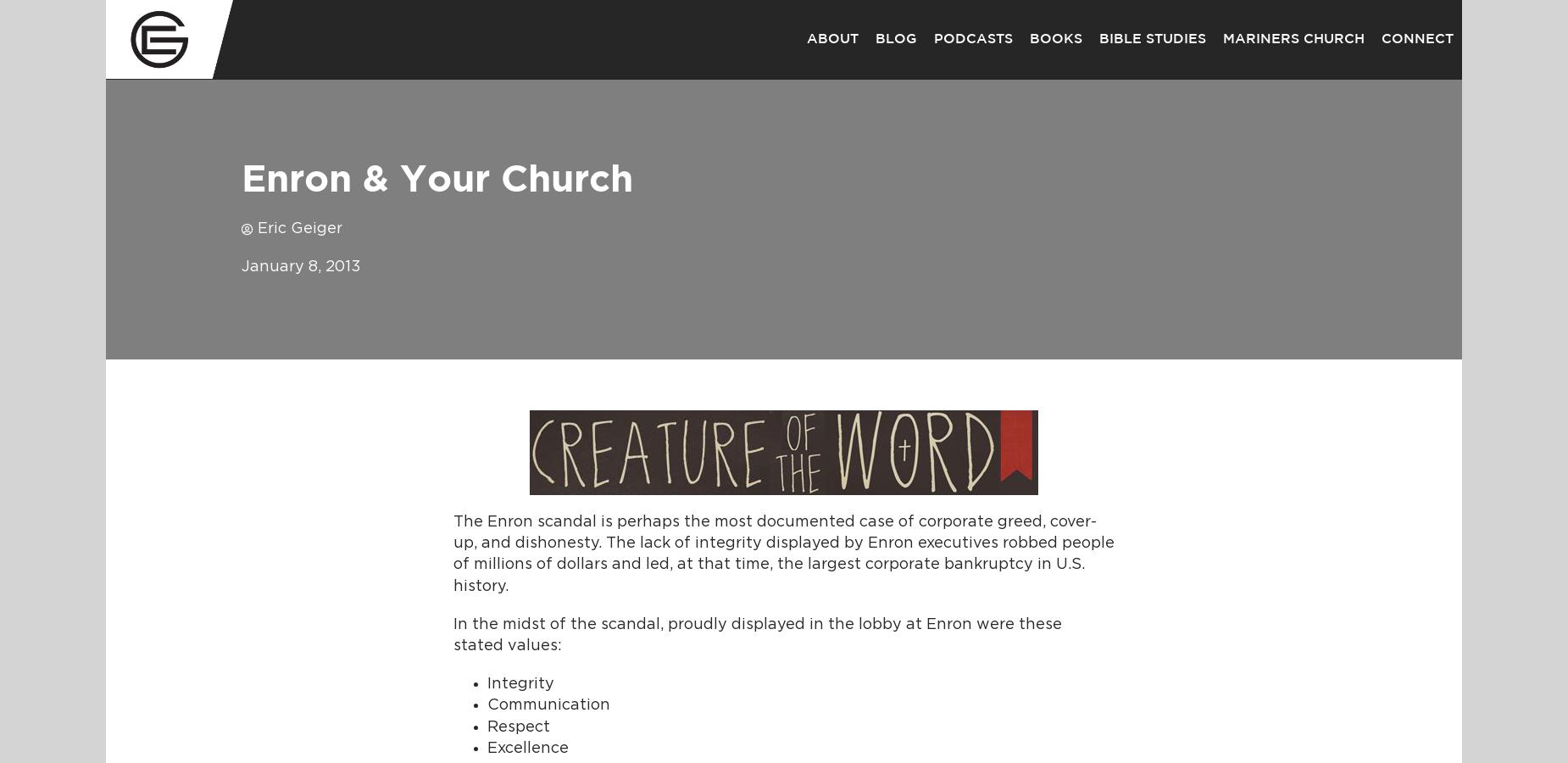 This screenshot has width=1568, height=763. I want to click on 'Eric Geiger', so click(299, 228).